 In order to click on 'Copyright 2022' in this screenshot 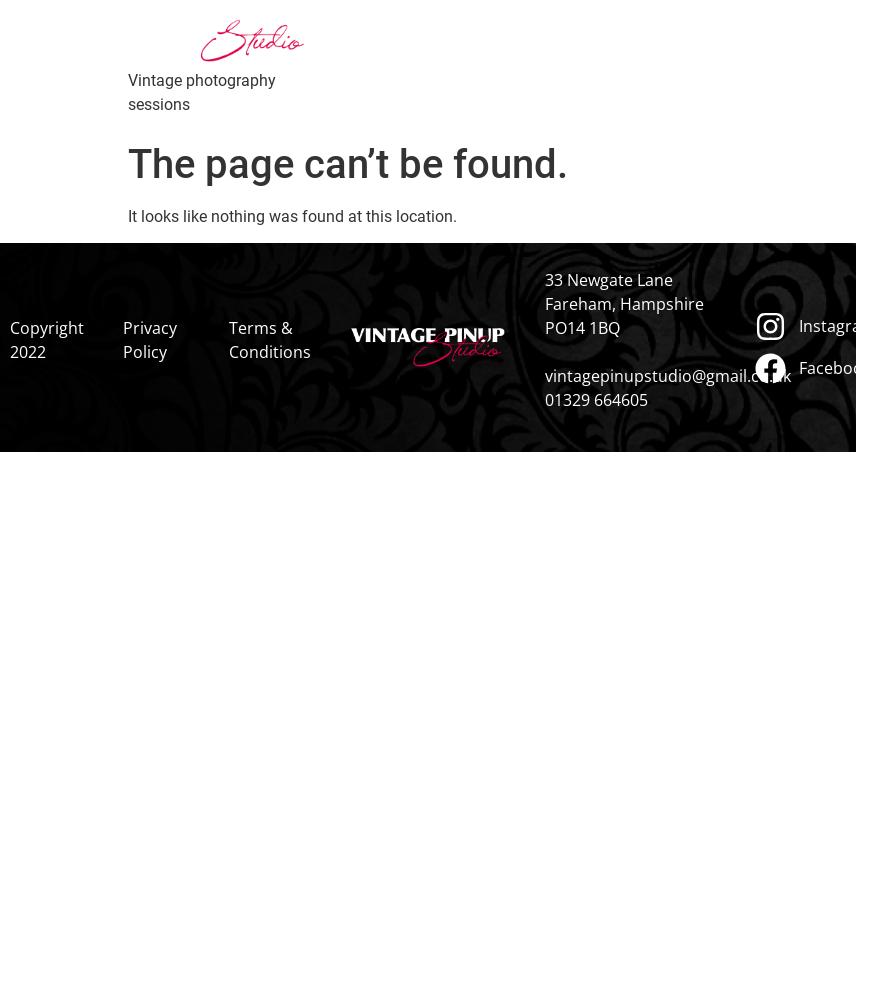, I will do `click(8, 339)`.